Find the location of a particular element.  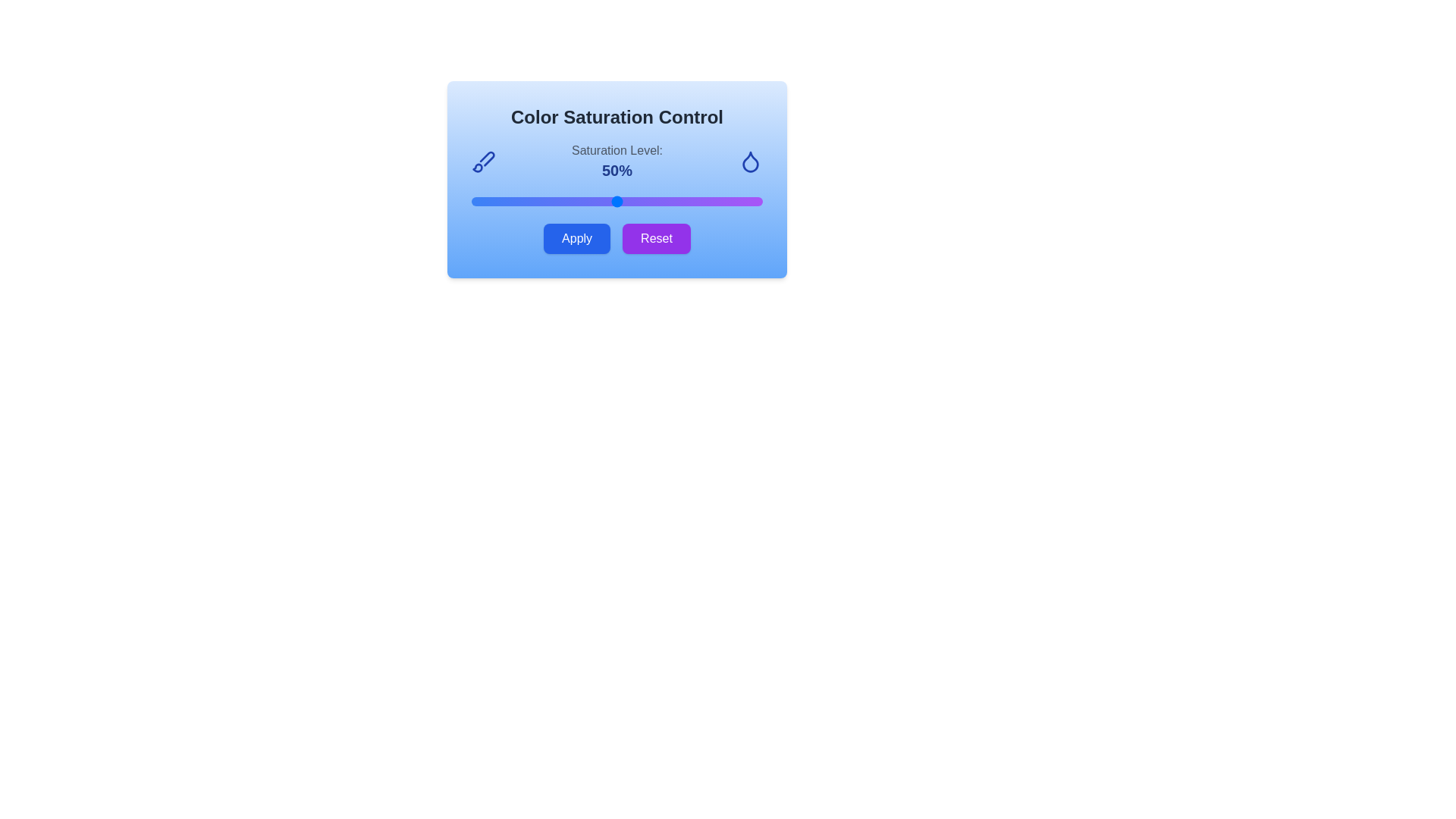

the droplet icon surrounding the saturation display is located at coordinates (749, 161).